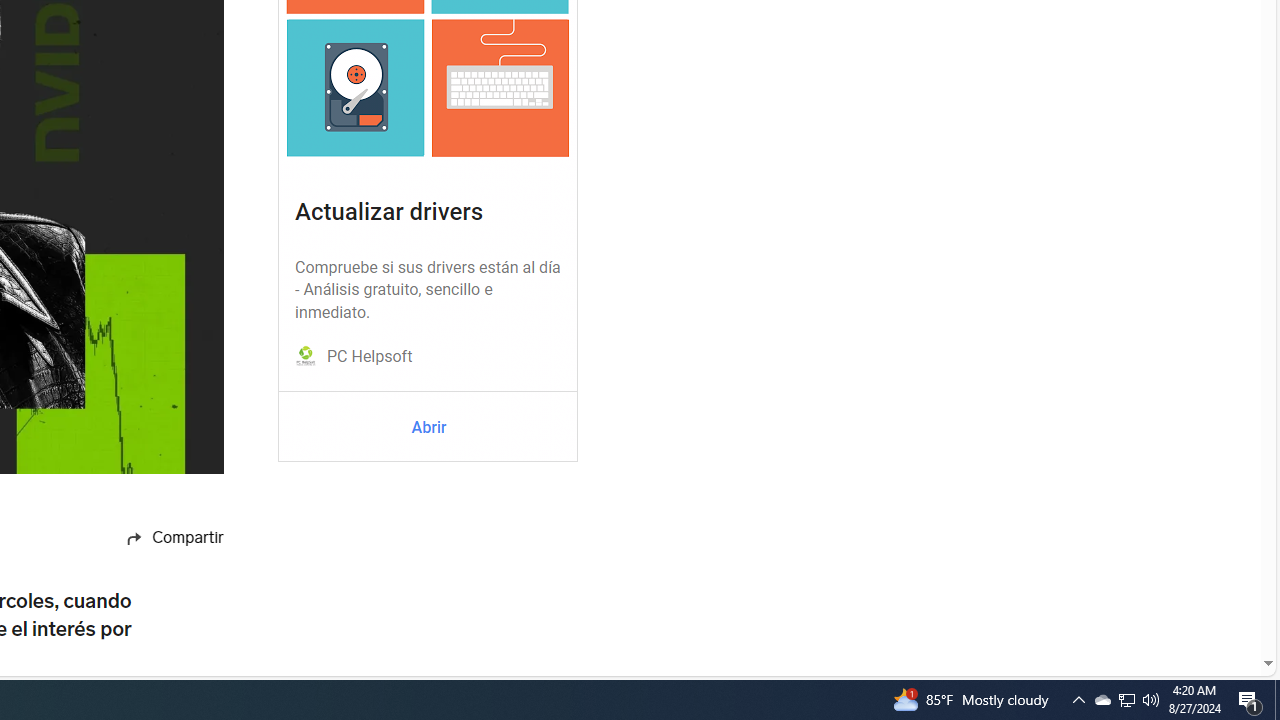 The image size is (1280, 720). Describe the element at coordinates (369, 356) in the screenshot. I see `'PC Helpsoft'` at that location.